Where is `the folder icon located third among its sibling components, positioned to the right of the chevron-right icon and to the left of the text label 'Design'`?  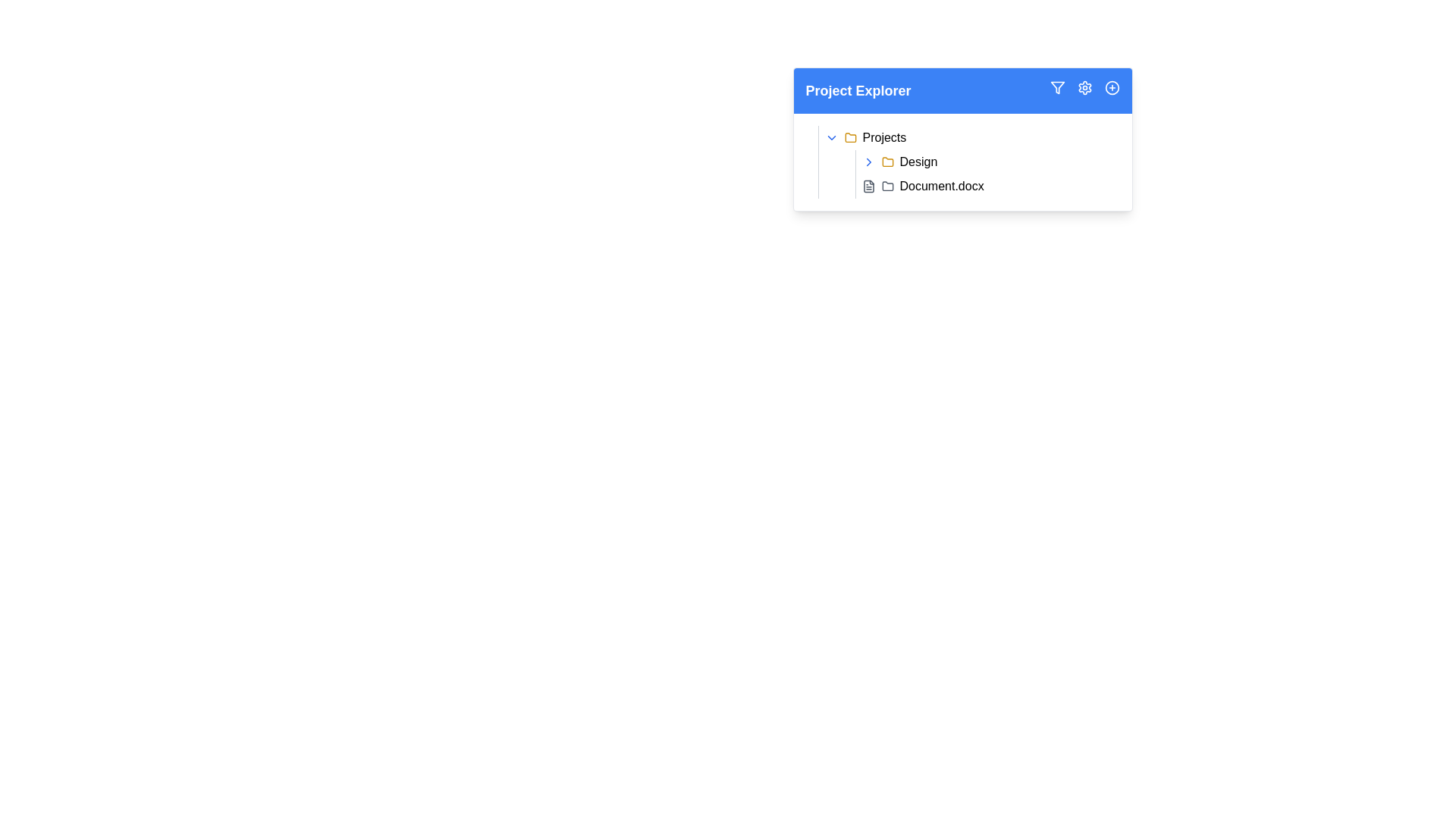 the folder icon located third among its sibling components, positioned to the right of the chevron-right icon and to the left of the text label 'Design' is located at coordinates (887, 162).